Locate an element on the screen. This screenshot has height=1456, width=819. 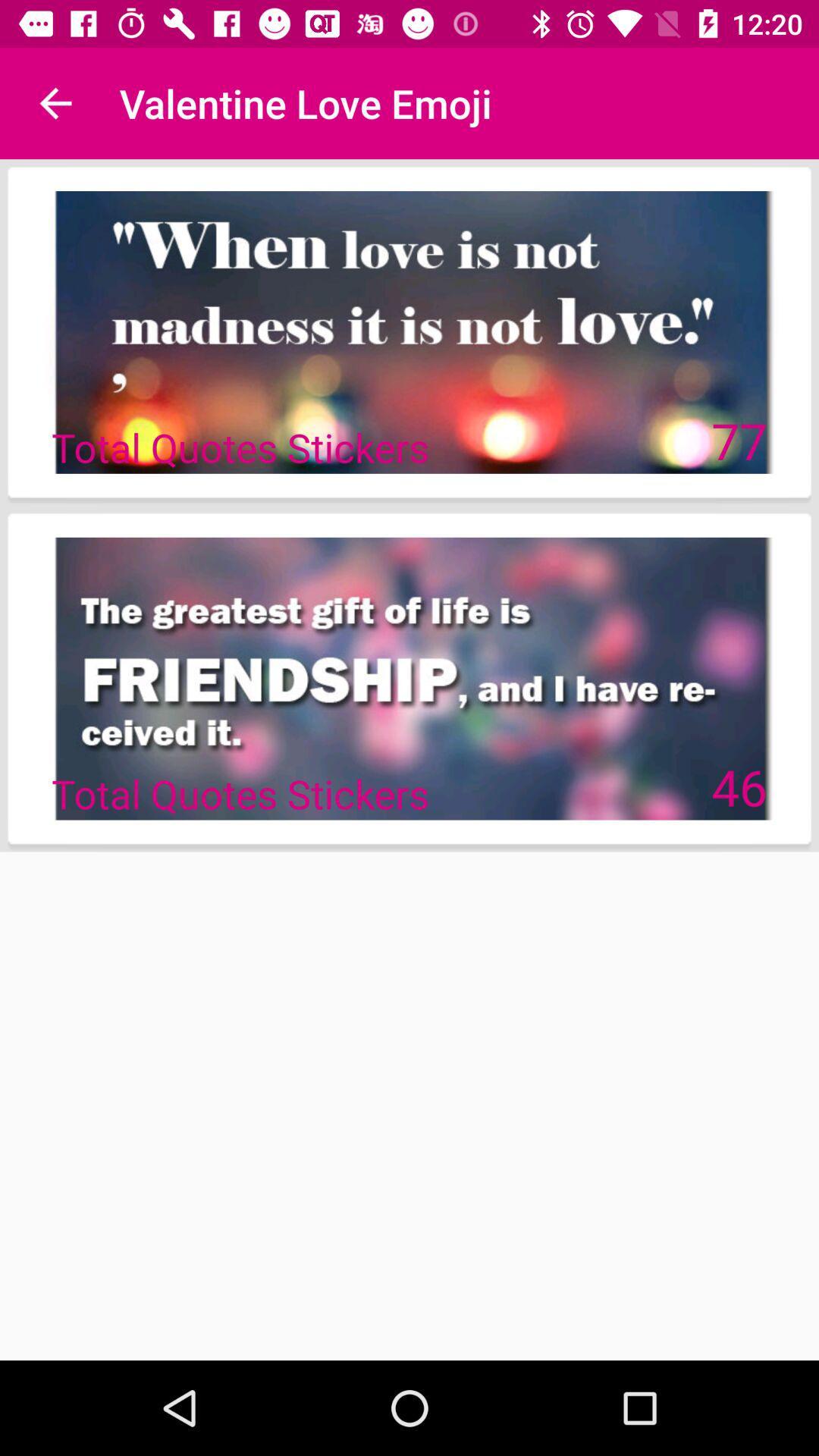
the item next to the valentine love emoji item is located at coordinates (55, 102).